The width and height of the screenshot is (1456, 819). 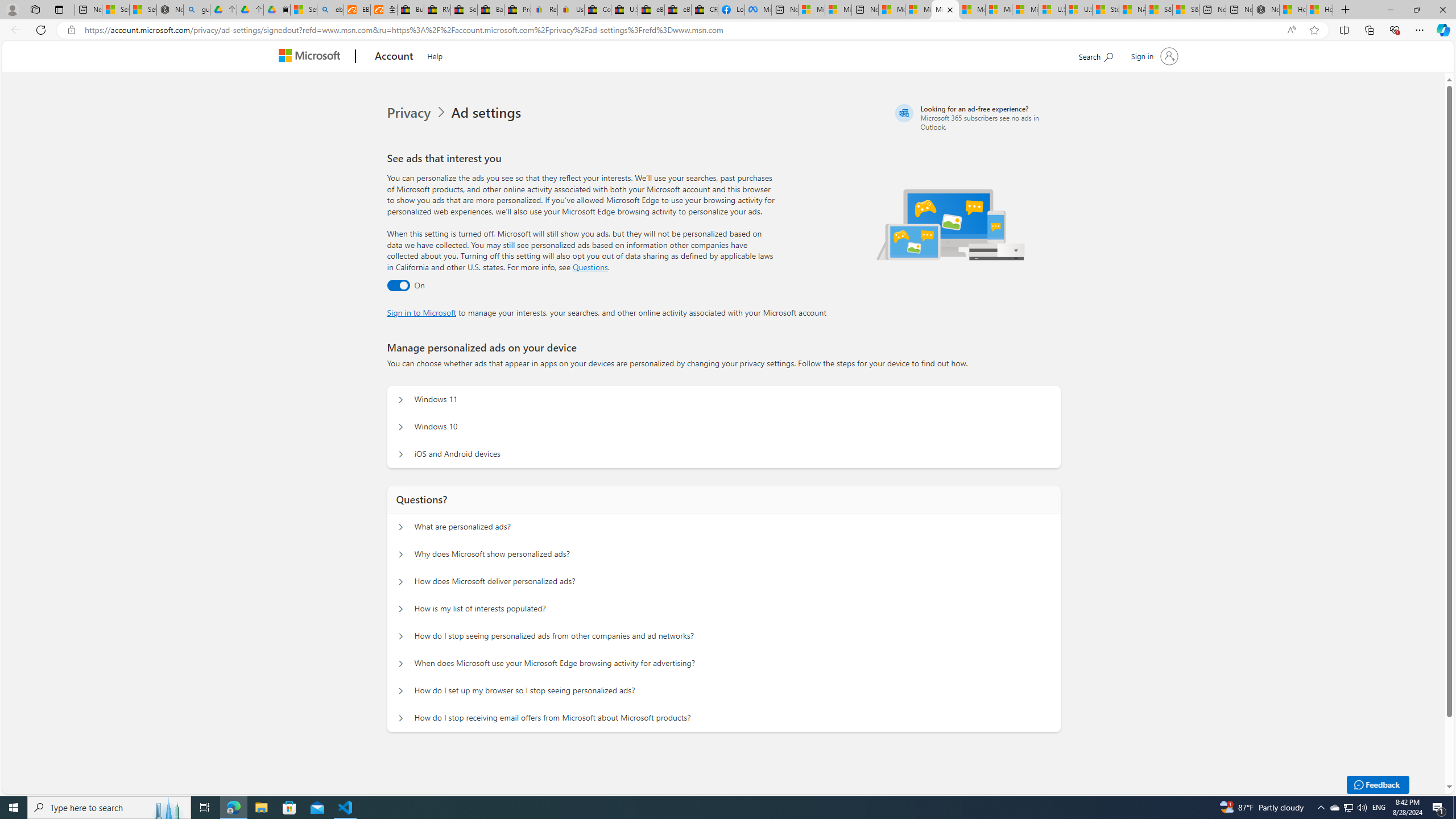 I want to click on 'Register: Create a personal eBay account', so click(x=543, y=9).